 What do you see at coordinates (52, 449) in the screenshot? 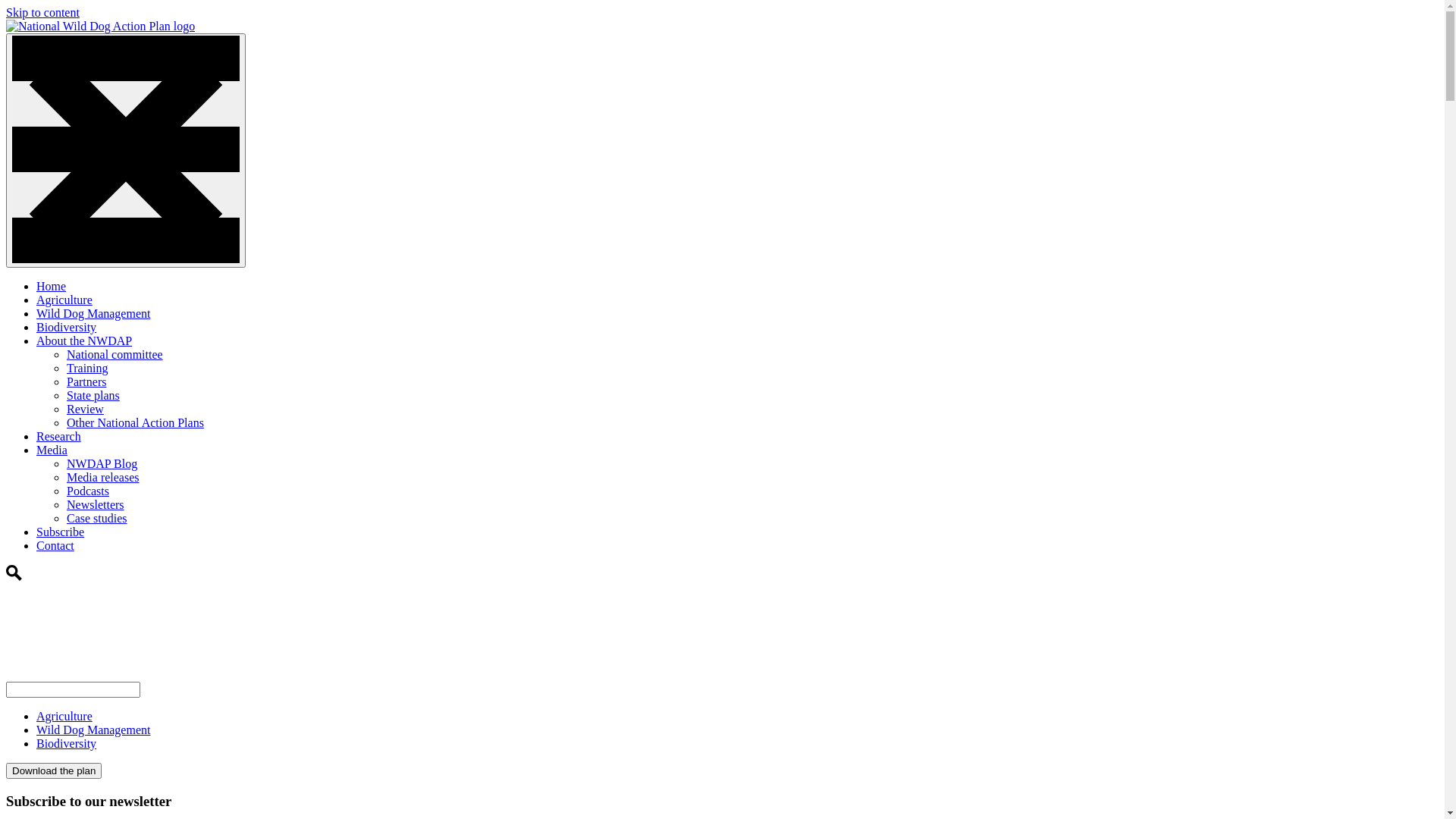
I see `'Media'` at bounding box center [52, 449].